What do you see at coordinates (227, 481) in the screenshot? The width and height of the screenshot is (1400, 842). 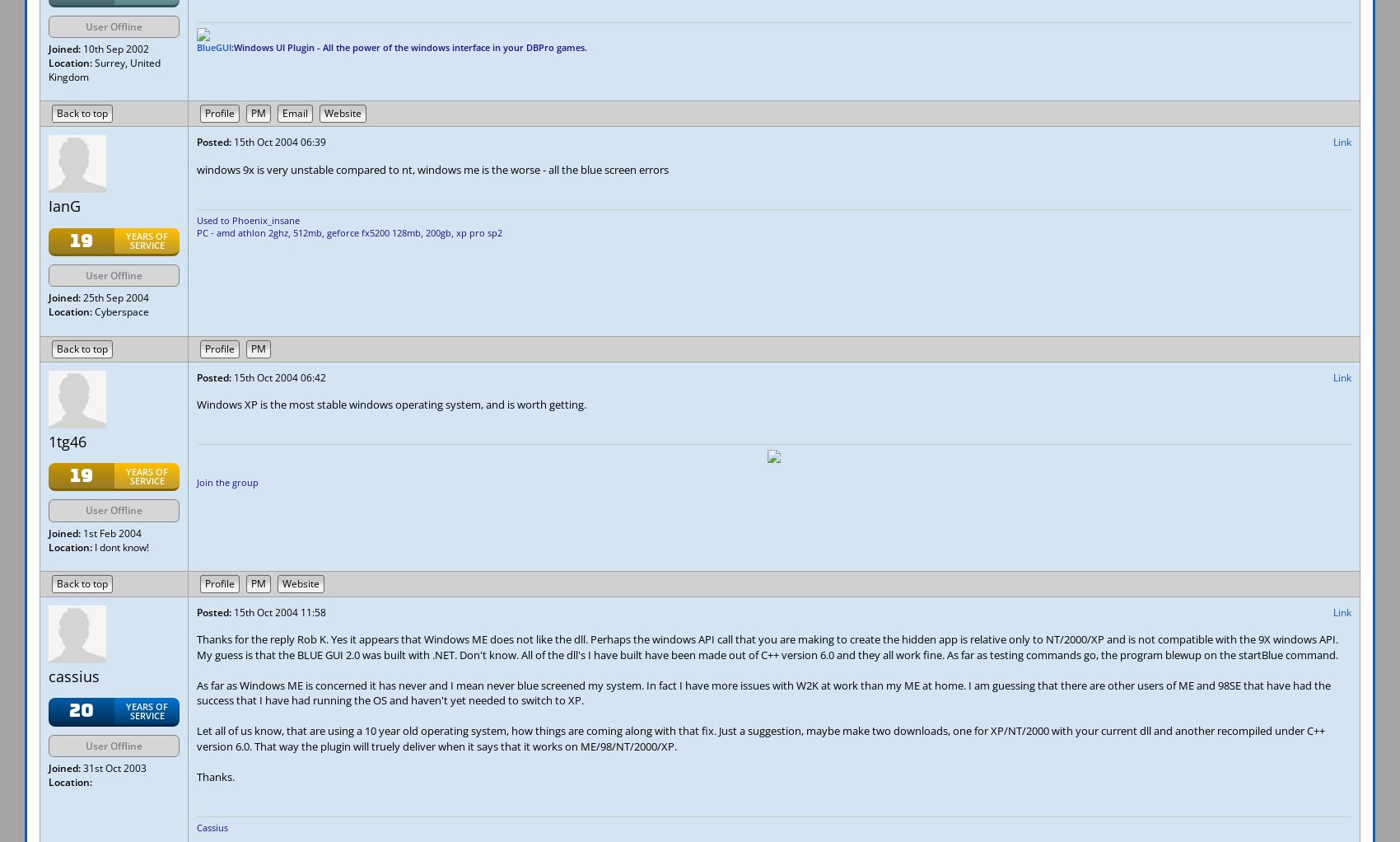 I see `'Join the group'` at bounding box center [227, 481].